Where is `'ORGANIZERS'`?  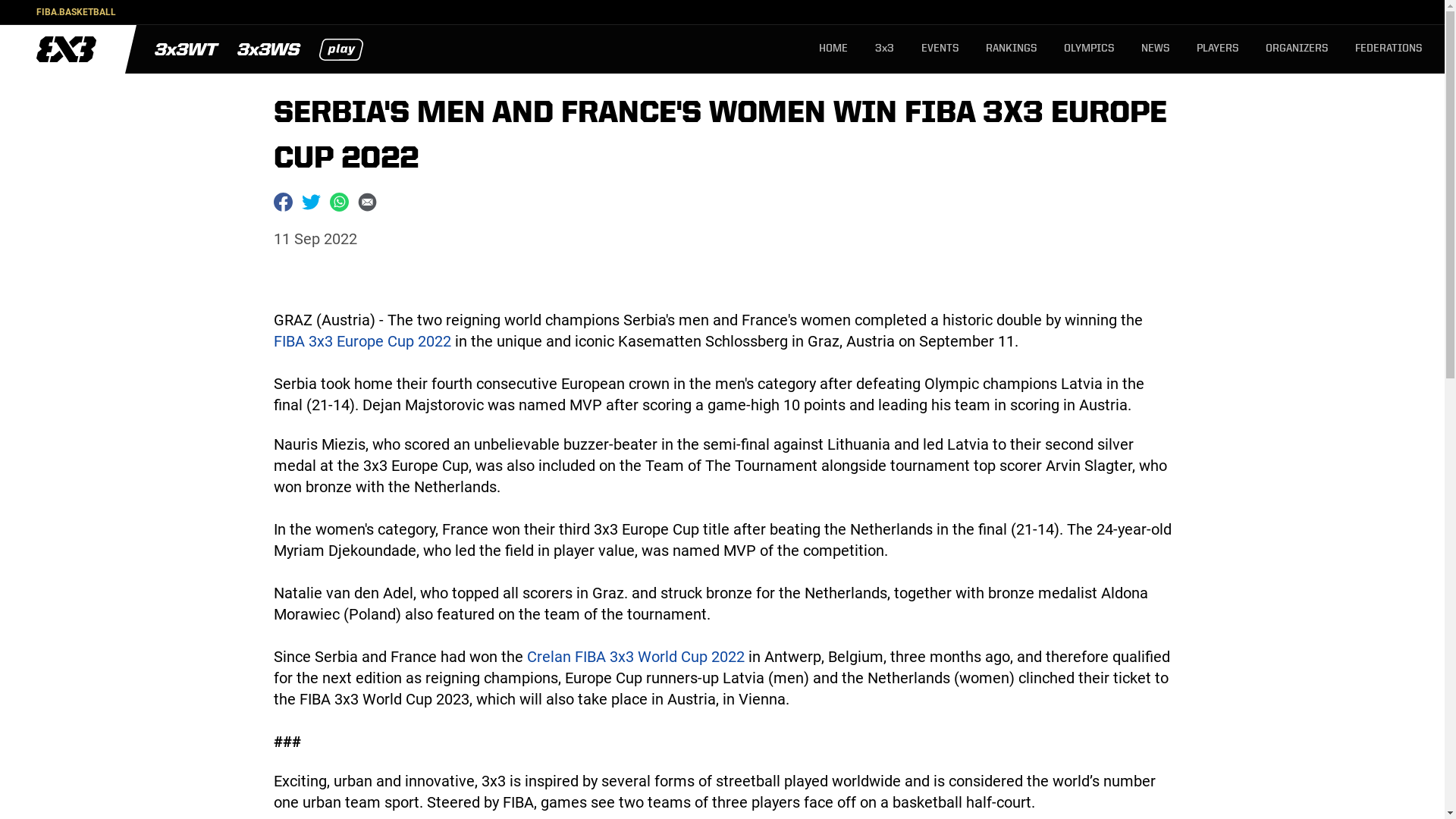
'ORGANIZERS' is located at coordinates (1295, 48).